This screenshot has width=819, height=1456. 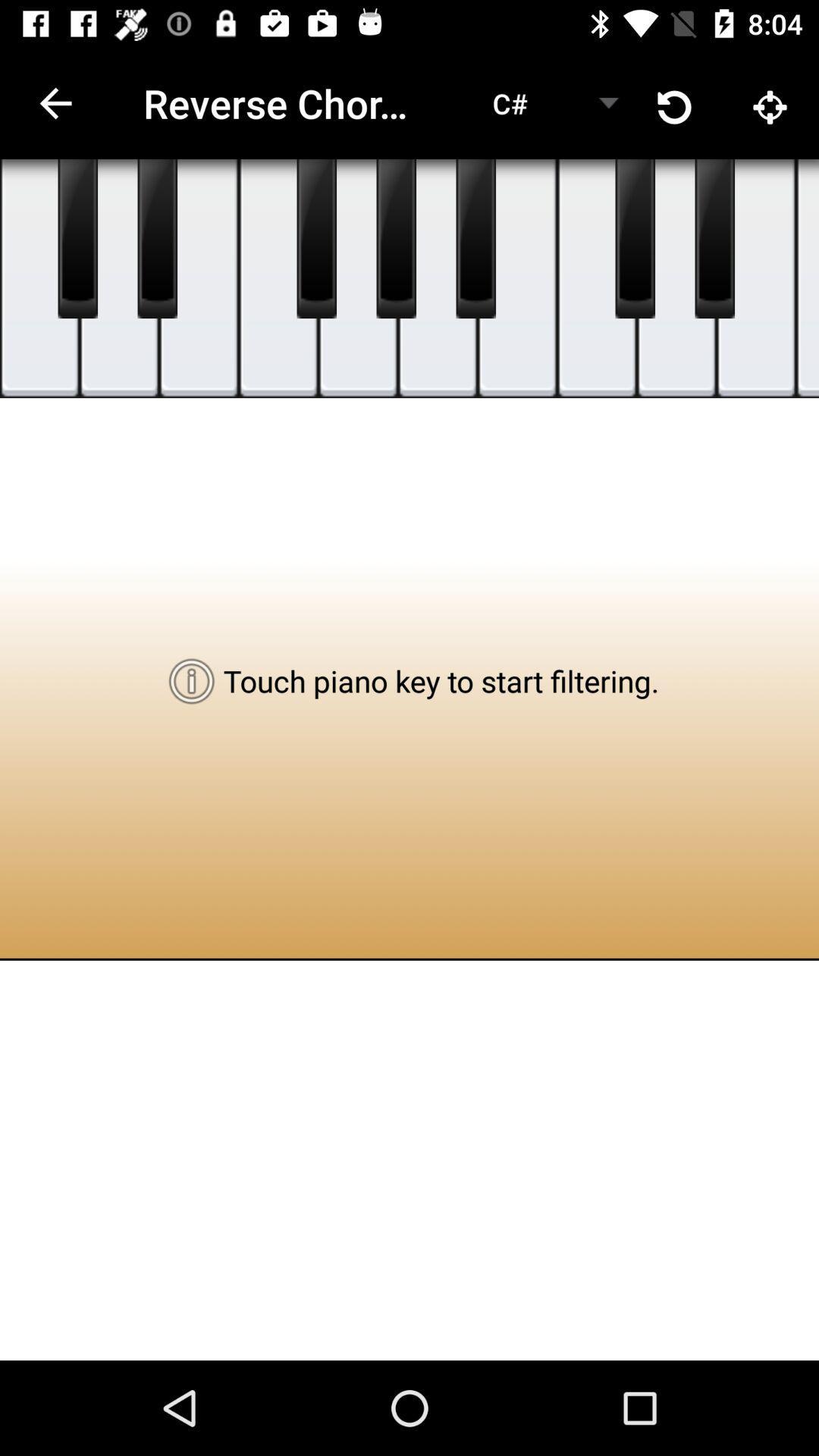 I want to click on the item above the touch piano key item, so click(x=475, y=238).